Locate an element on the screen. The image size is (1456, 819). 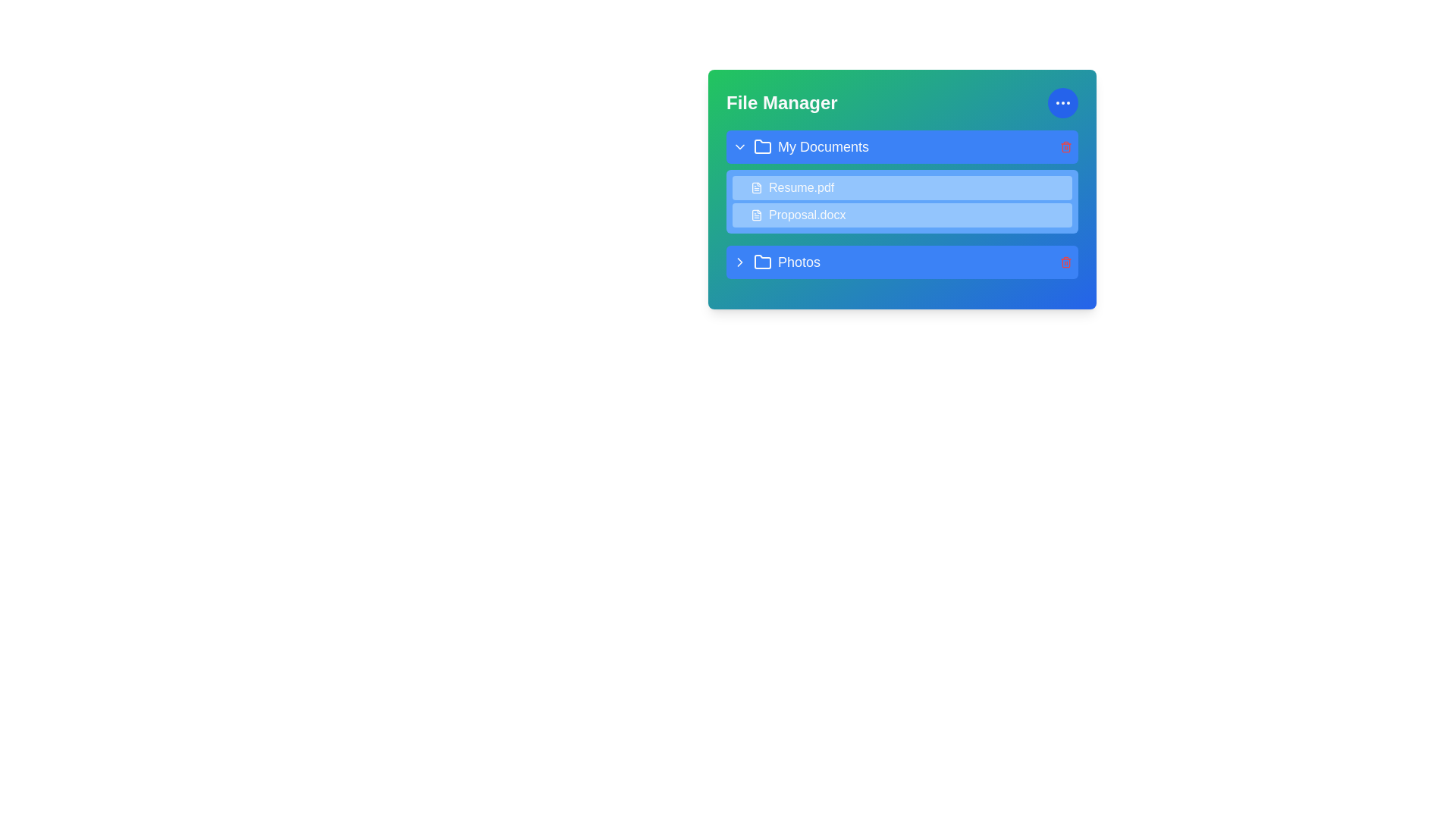
the group of list items containing 'Resume.pdf' and 'Proposal.docx' within the 'My Documents' section of the File Manager interface is located at coordinates (902, 201).